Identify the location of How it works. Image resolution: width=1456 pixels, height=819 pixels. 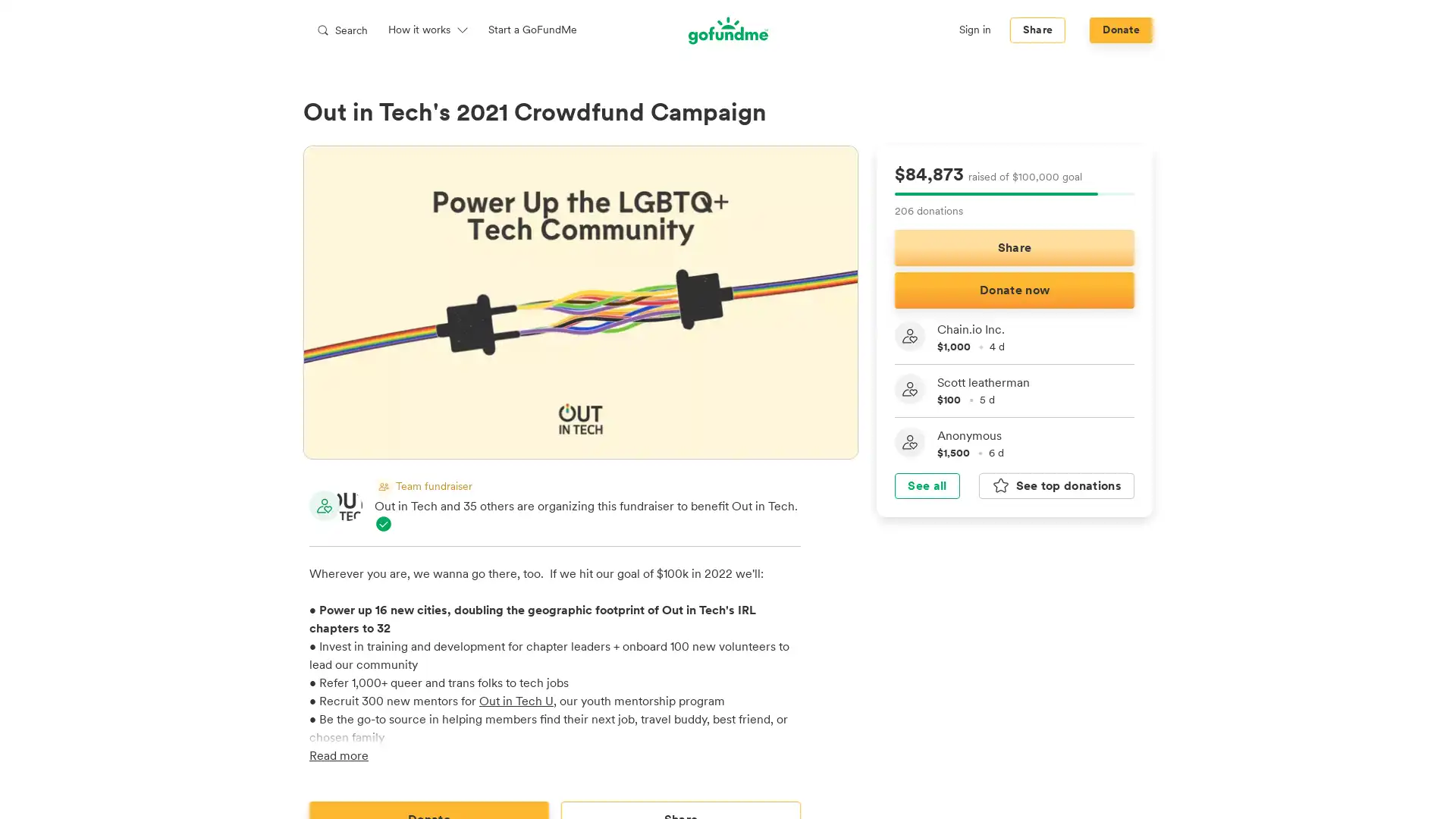
(428, 30).